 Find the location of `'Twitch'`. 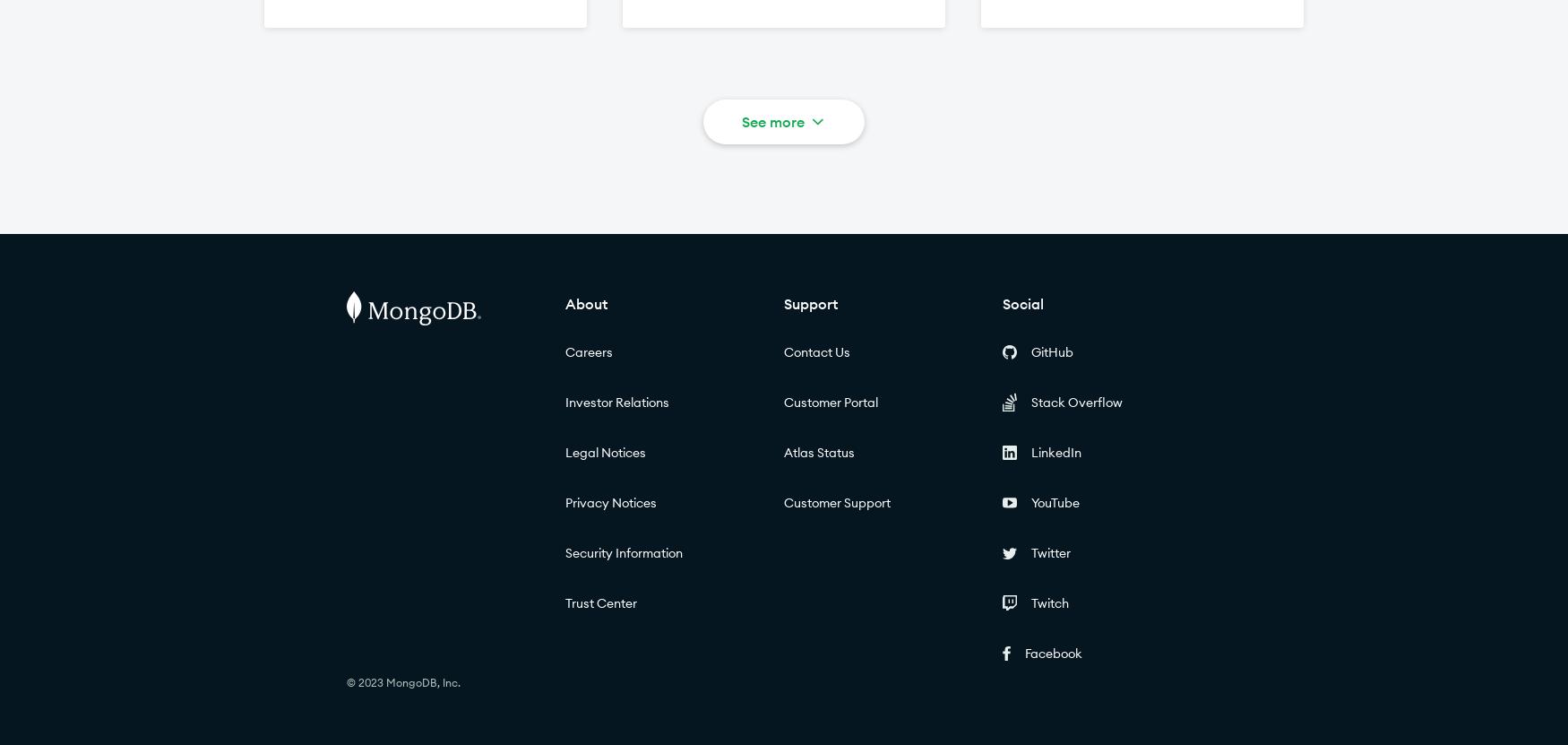

'Twitch' is located at coordinates (1048, 603).